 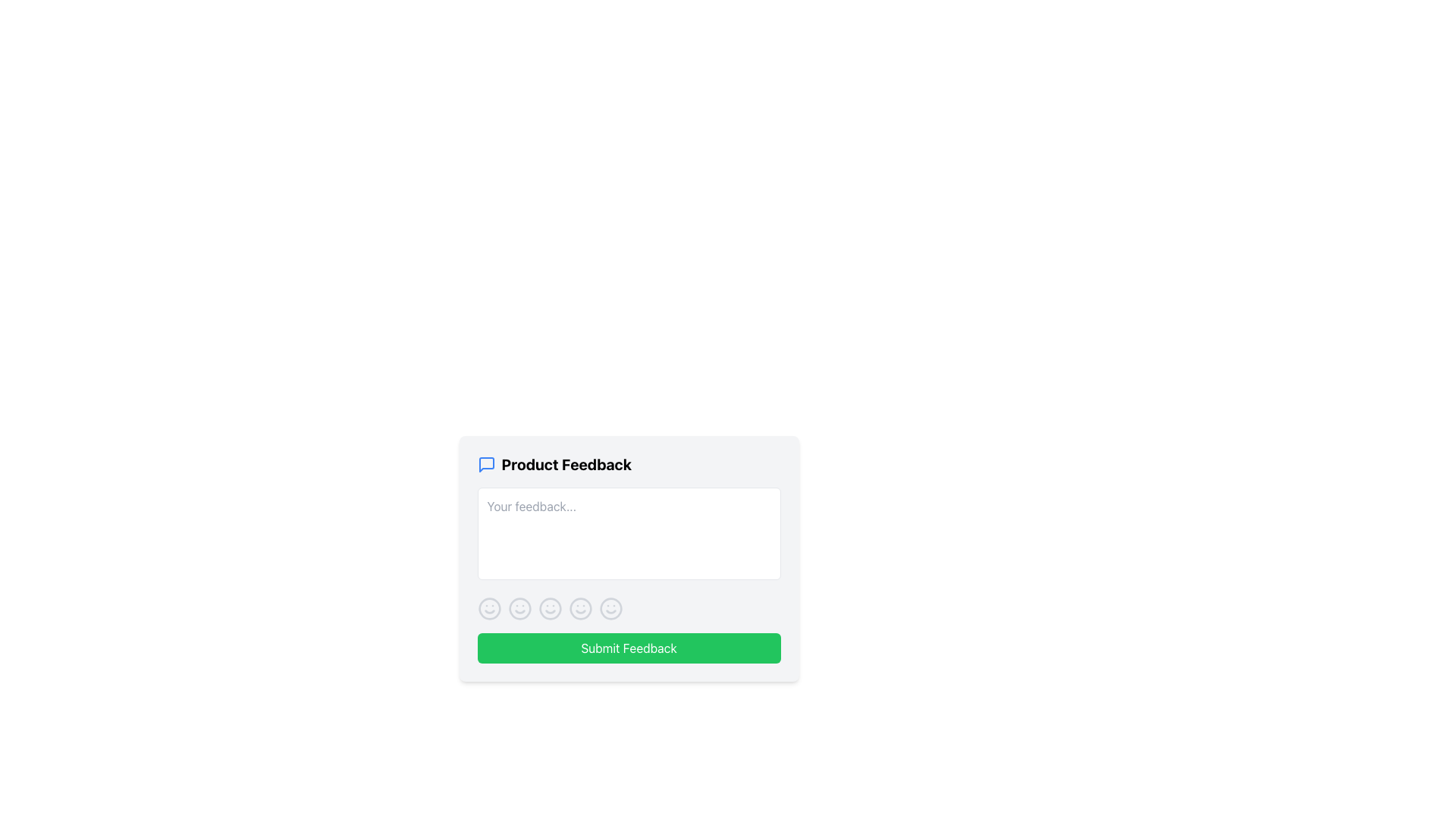 What do you see at coordinates (579, 607) in the screenshot?
I see `the neutral sentiment rating icon, which is the fourth of five aligned icons below the feedback text area in the feedback section` at bounding box center [579, 607].